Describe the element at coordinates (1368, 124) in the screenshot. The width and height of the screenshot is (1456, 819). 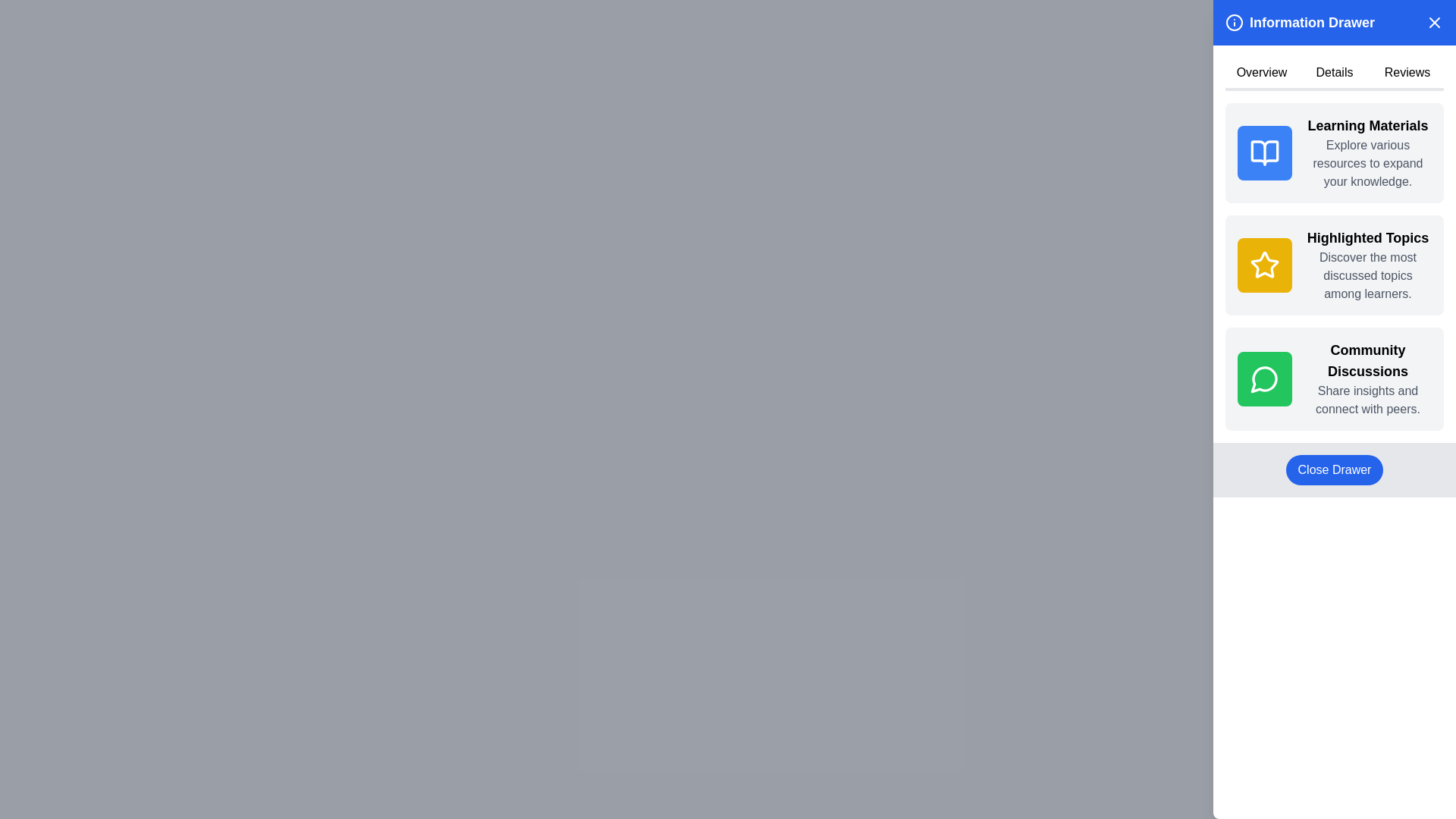
I see `text from the header title in the 'Information Drawer' section, which labels the content about learning resources` at that location.